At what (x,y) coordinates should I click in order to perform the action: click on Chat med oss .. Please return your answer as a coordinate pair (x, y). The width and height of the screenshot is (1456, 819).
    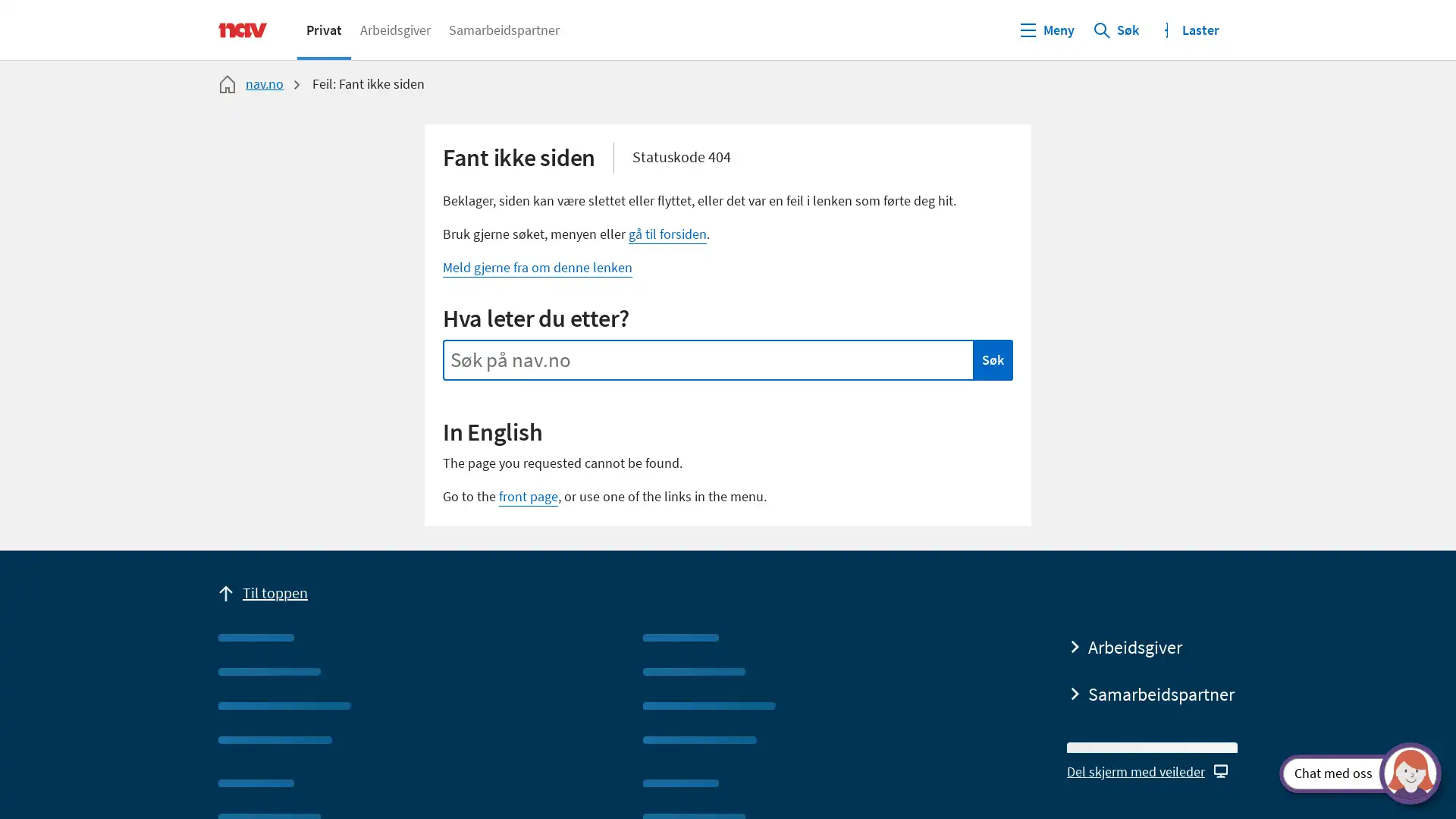
    Looking at the image, I should click on (1347, 773).